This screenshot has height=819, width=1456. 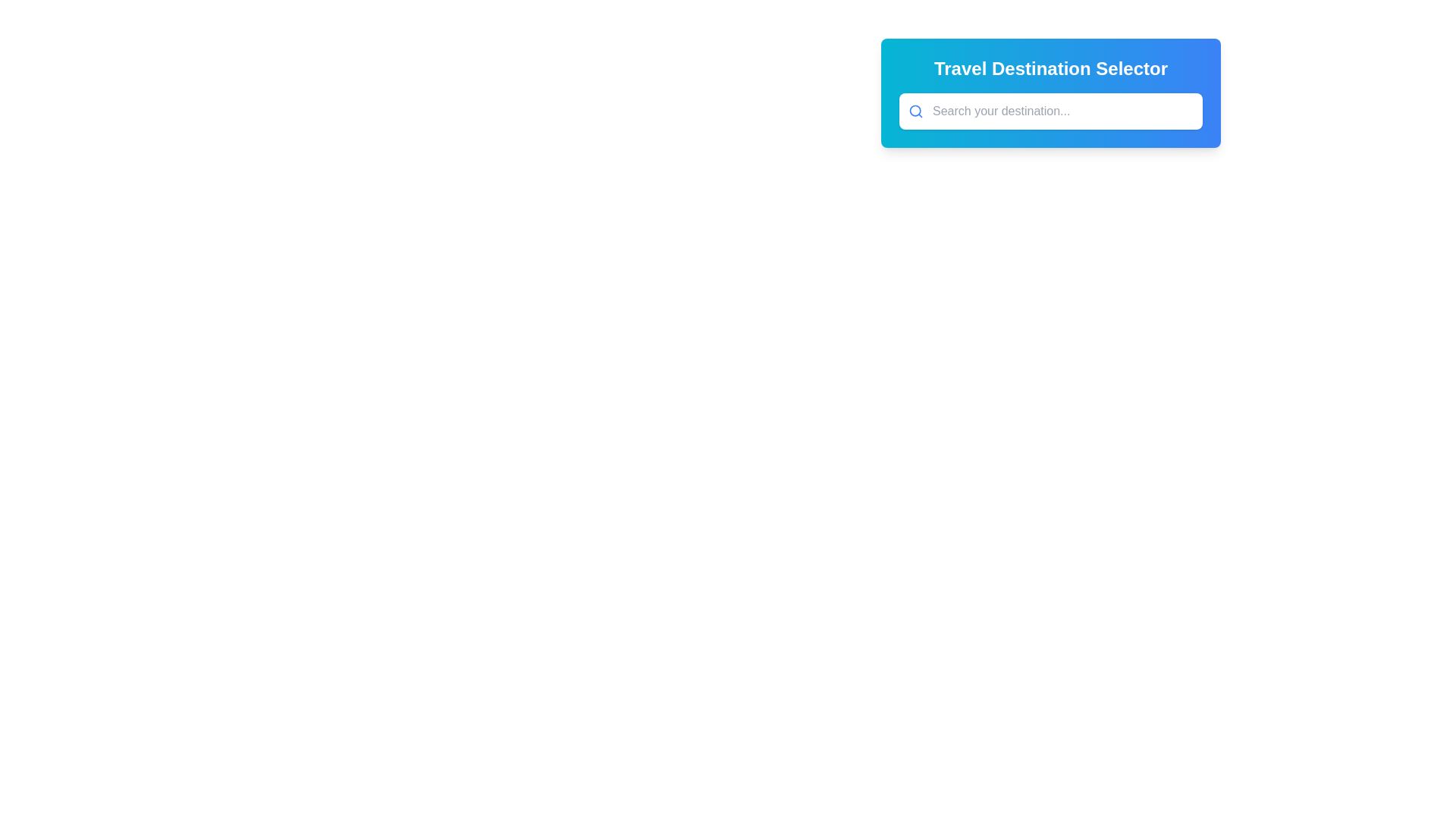 I want to click on the text label reading 'Travel Destination Selector', which is styled in bold, large white font against a gradient cyan to blue background, so click(x=1050, y=69).